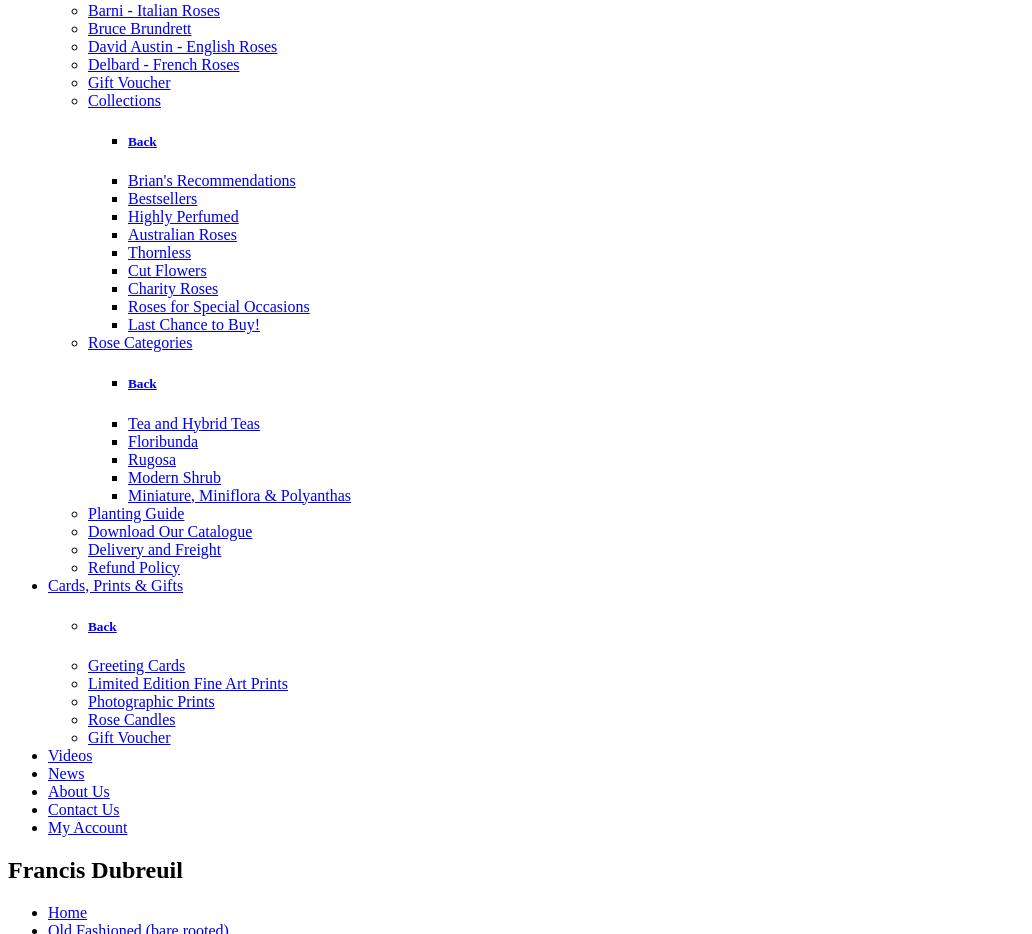 This screenshot has width=1032, height=934. Describe the element at coordinates (127, 180) in the screenshot. I see `'Brian's Recommendations'` at that location.